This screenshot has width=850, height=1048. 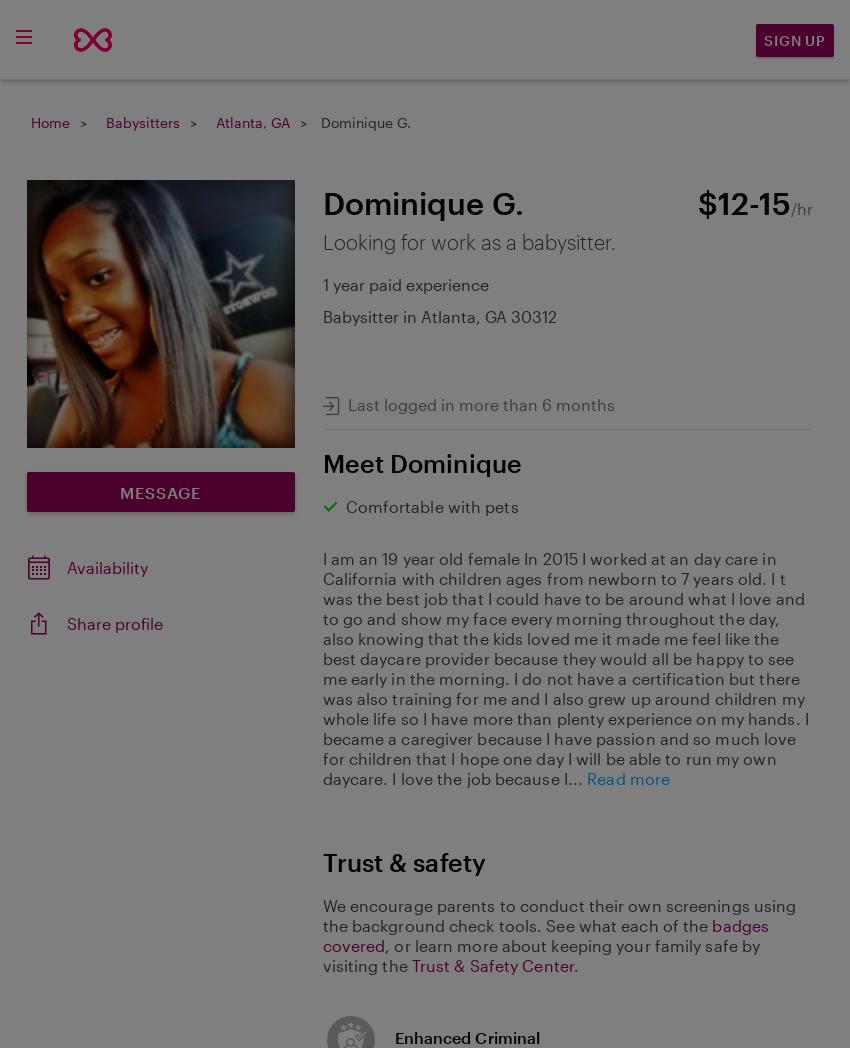 What do you see at coordinates (430, 505) in the screenshot?
I see `'Comfortable with pets'` at bounding box center [430, 505].